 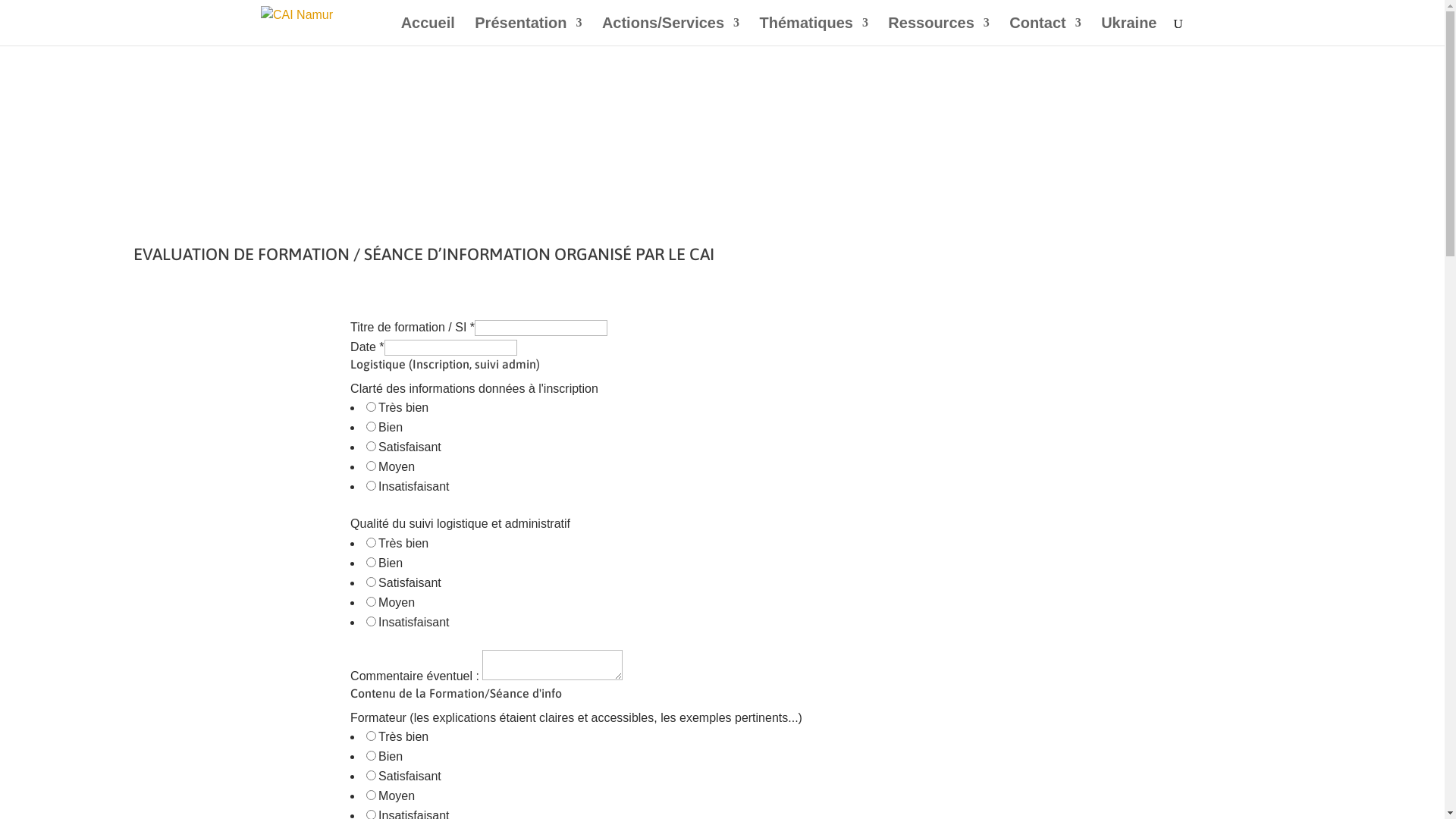 I want to click on 'Ressources', so click(x=937, y=31).